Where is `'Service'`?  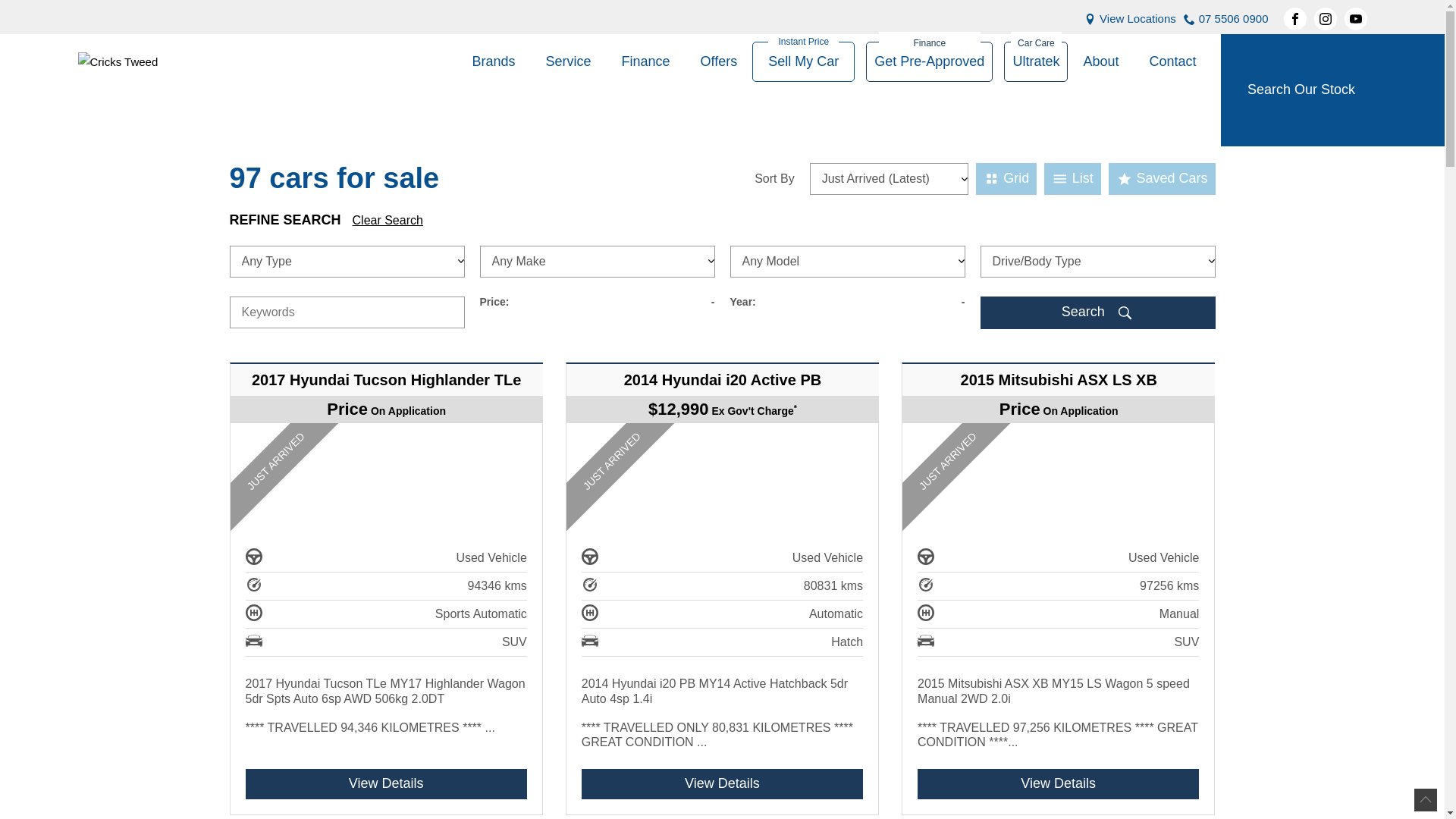
'Service' is located at coordinates (531, 61).